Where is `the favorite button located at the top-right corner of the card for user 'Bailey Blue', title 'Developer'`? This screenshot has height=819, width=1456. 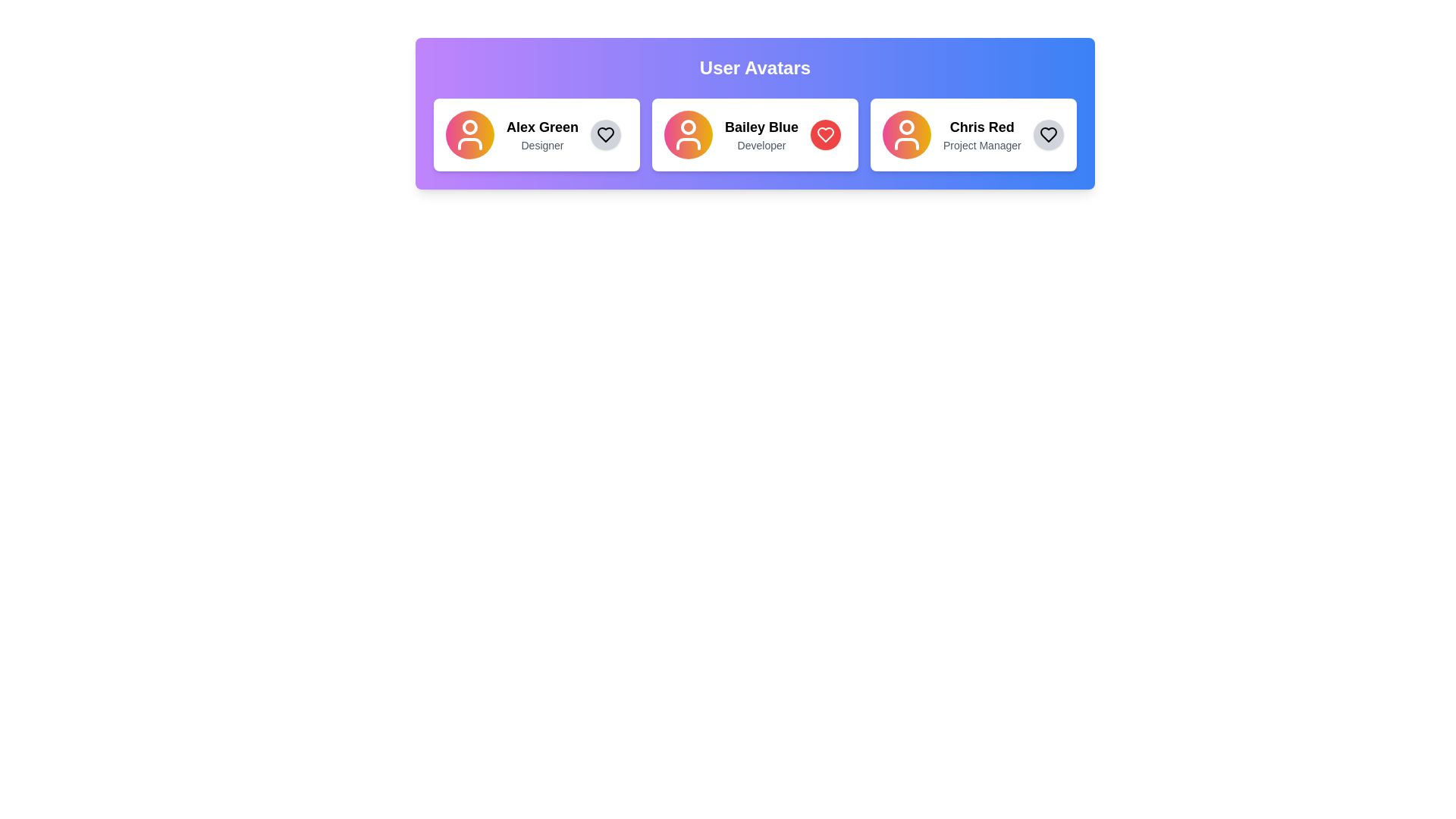
the favorite button located at the top-right corner of the card for user 'Bailey Blue', title 'Developer' is located at coordinates (825, 133).